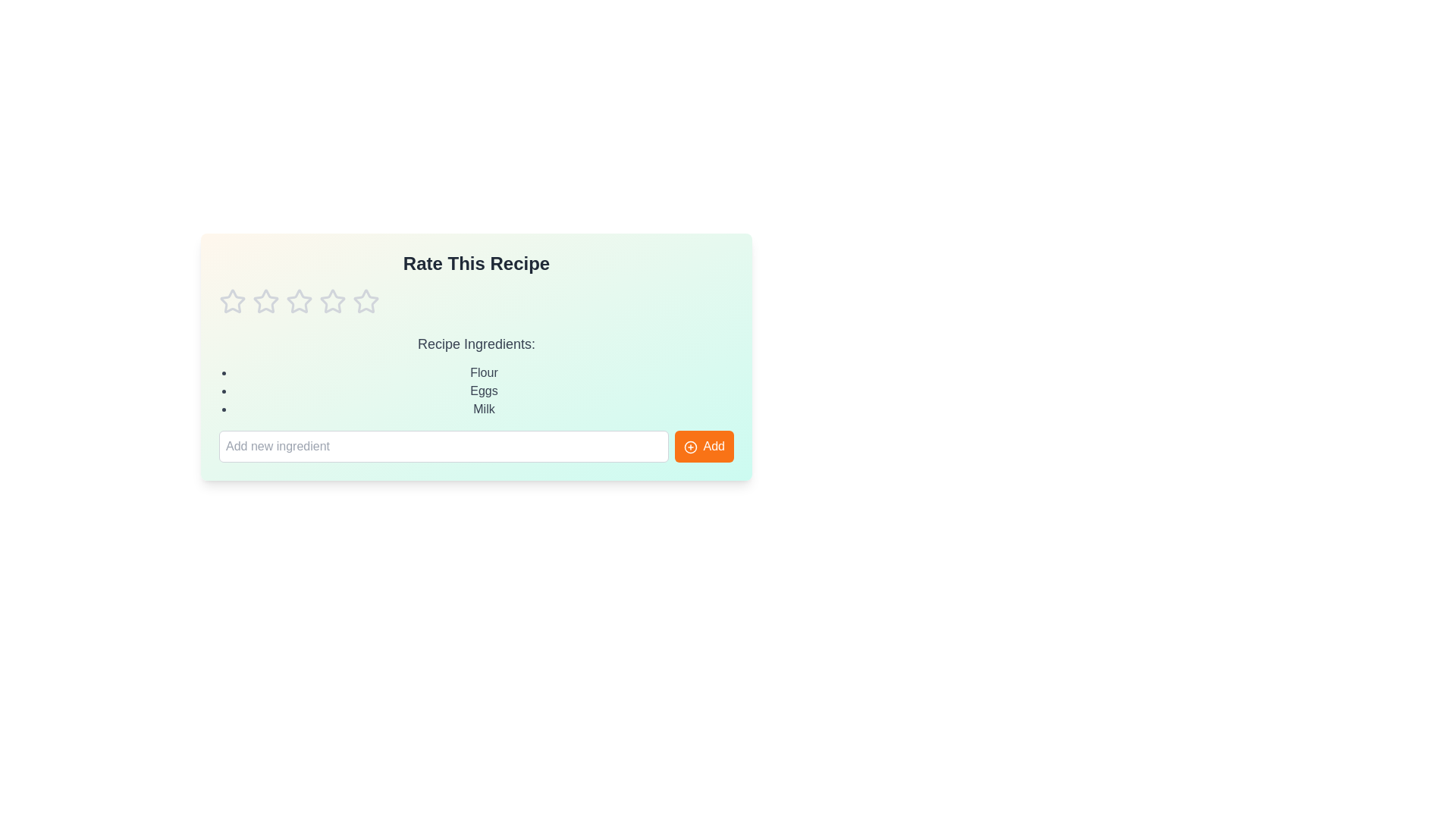 This screenshot has width=1456, height=819. What do you see at coordinates (331, 301) in the screenshot?
I see `the star corresponding to the rating 4 to set the recipe rating` at bounding box center [331, 301].